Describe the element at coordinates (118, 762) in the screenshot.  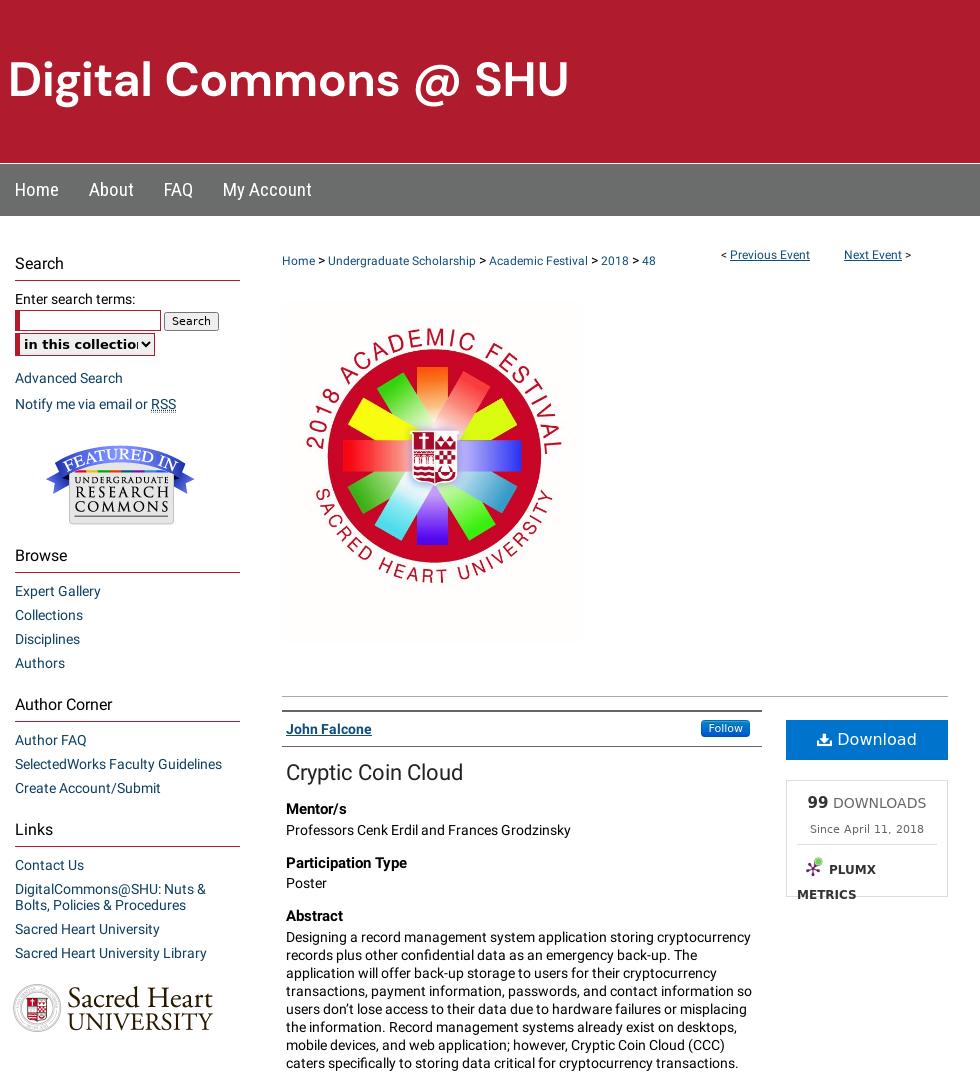
I see `'SelectedWorks Faculty Guidelines'` at that location.